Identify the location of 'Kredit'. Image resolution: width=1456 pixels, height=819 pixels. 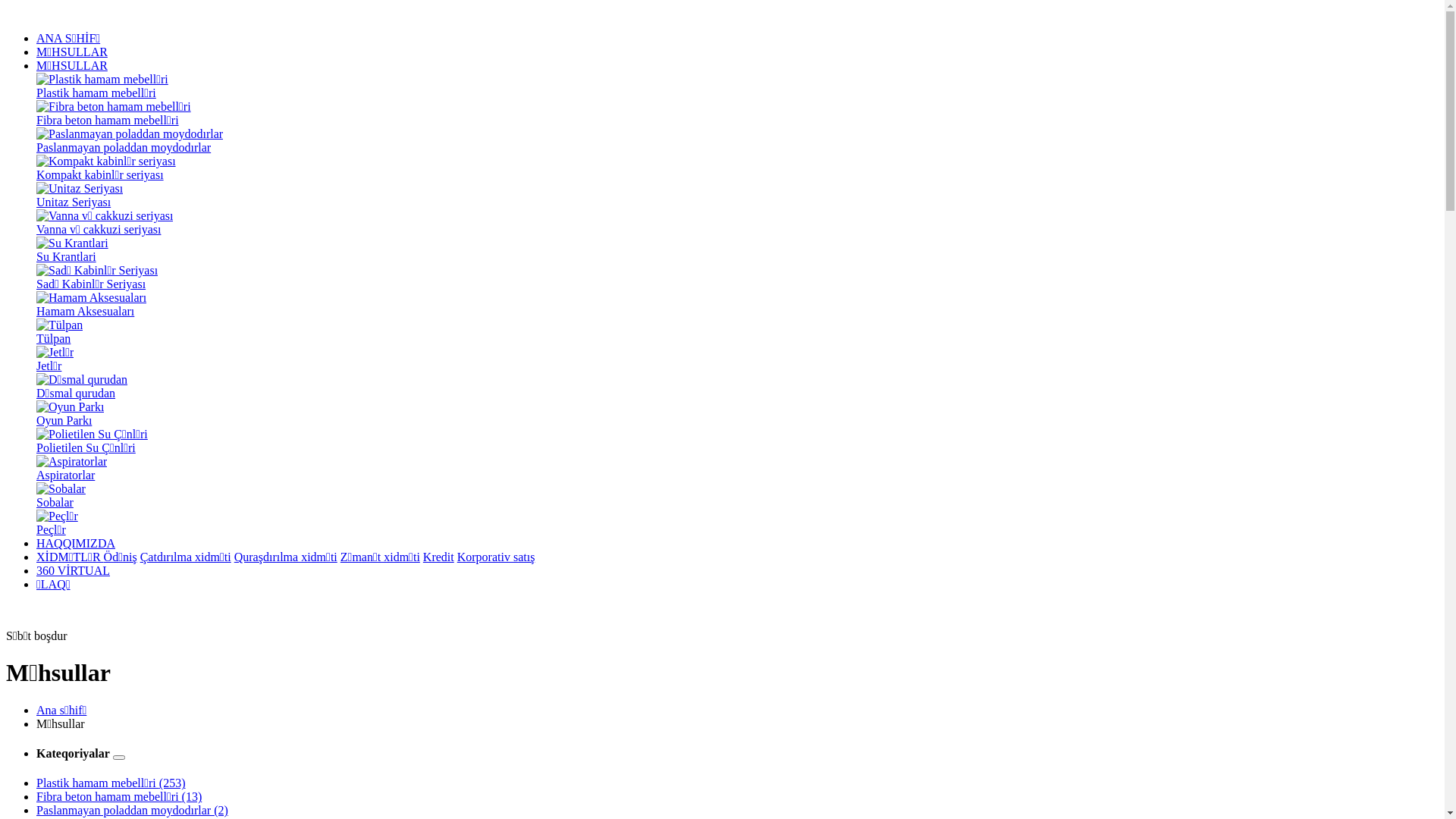
(438, 557).